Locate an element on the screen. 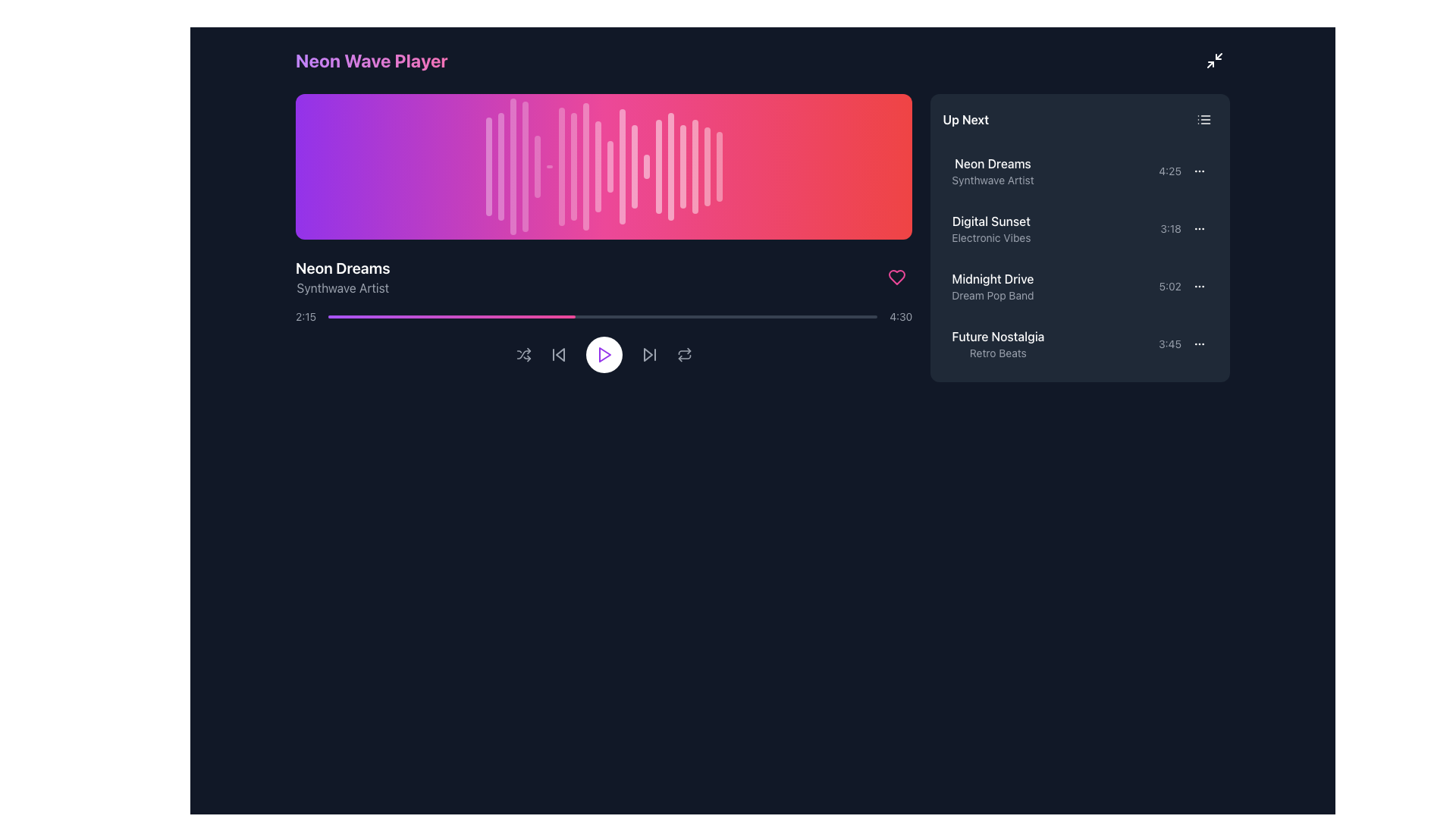 This screenshot has height=819, width=1456. the left-pointing double-arrow icon button, which is the second button from the left in the media control bar is located at coordinates (557, 354).